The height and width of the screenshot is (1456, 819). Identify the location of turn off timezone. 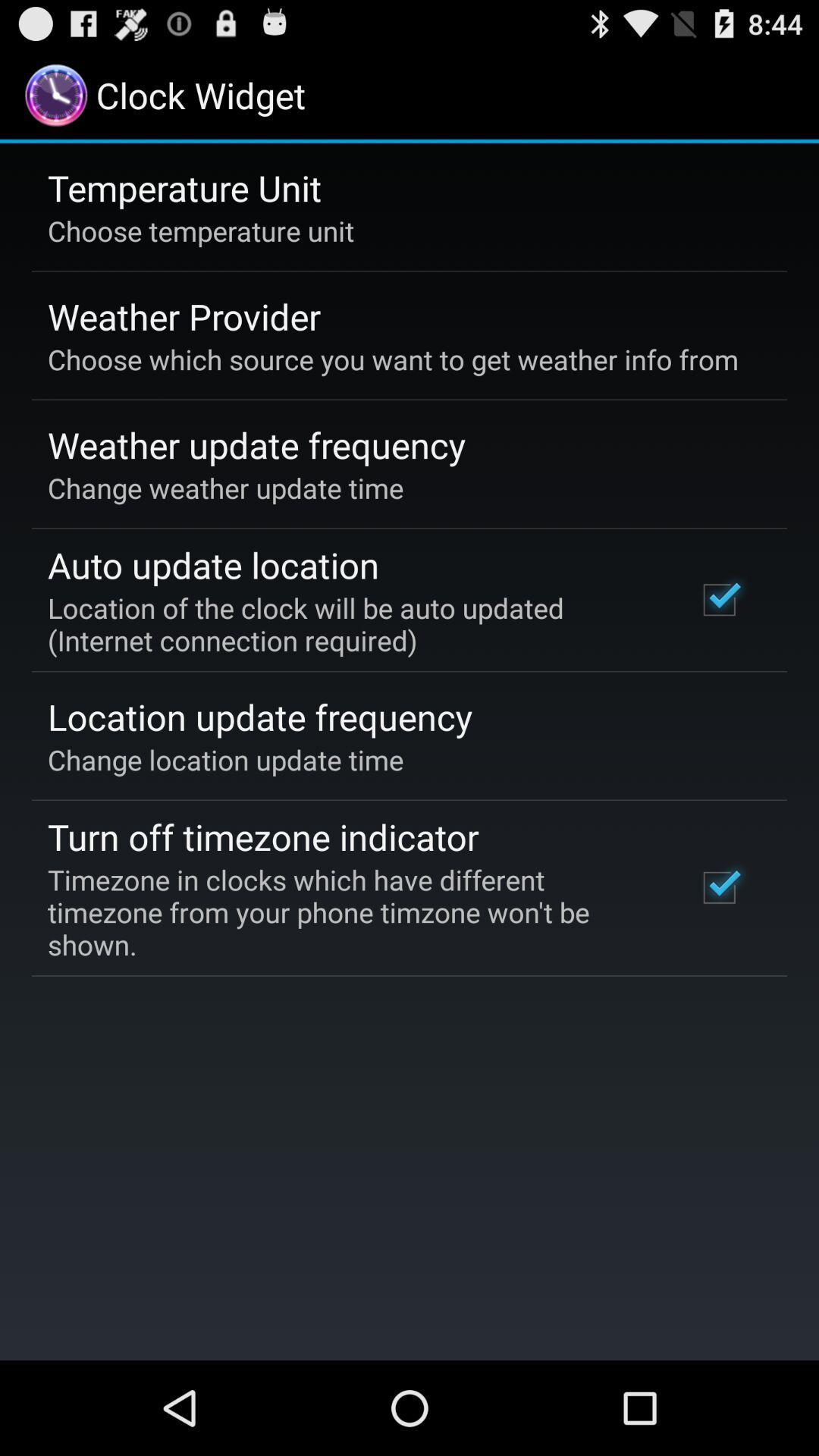
(262, 836).